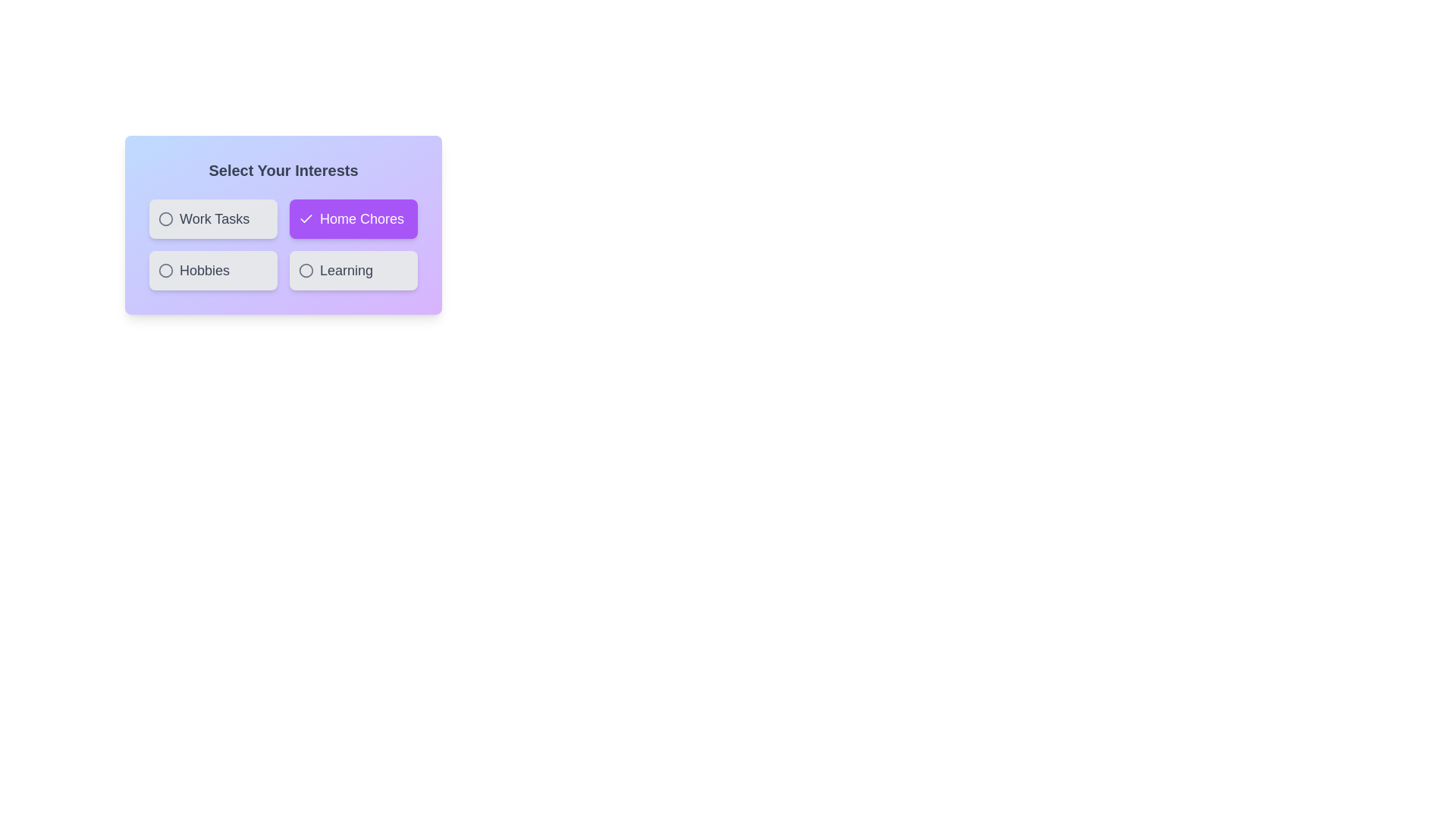  I want to click on the chip labeled Home Chores to select or deselect it, so click(353, 219).